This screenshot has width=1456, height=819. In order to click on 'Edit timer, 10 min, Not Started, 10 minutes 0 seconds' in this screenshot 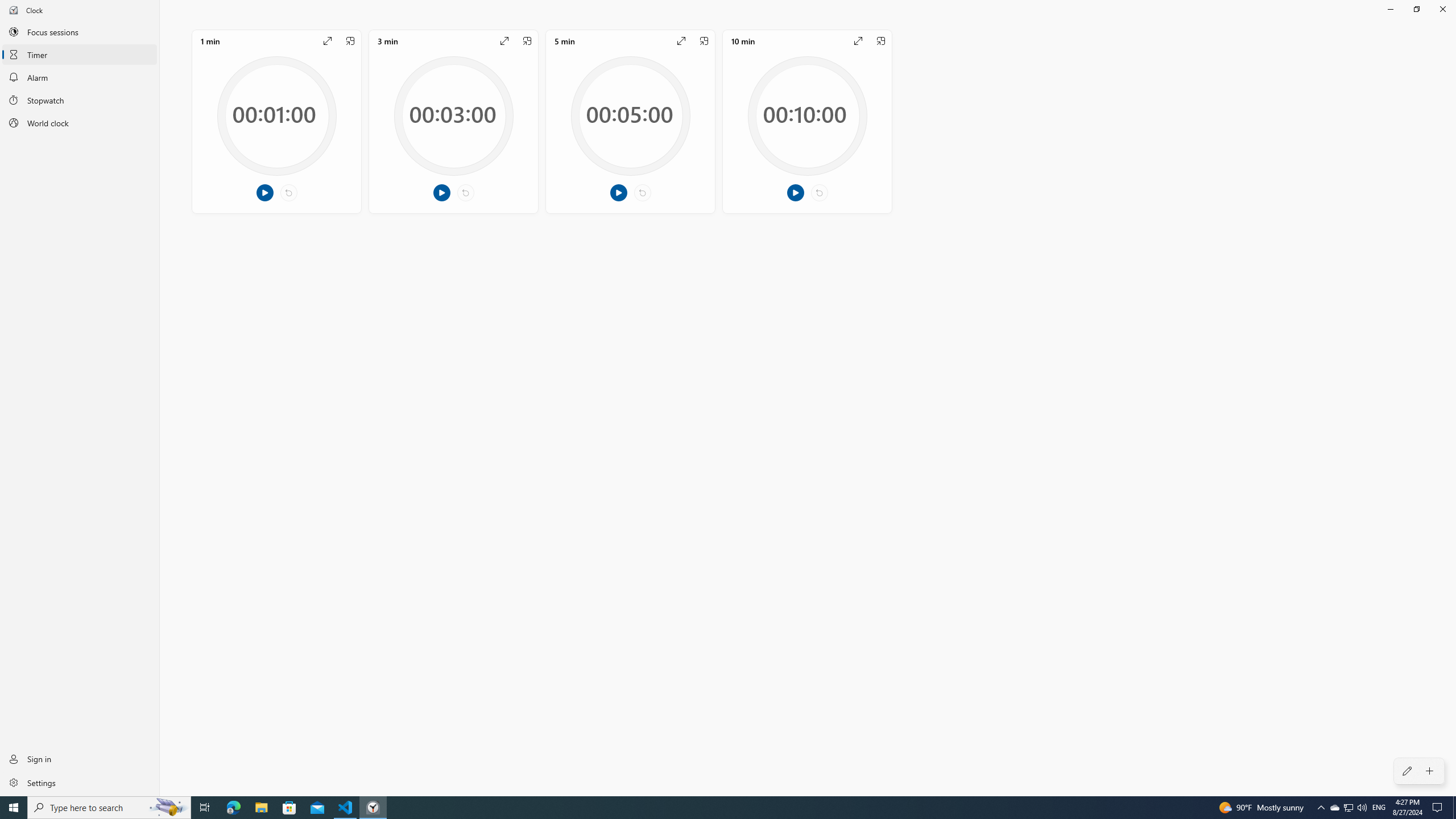, I will do `click(806, 121)`.